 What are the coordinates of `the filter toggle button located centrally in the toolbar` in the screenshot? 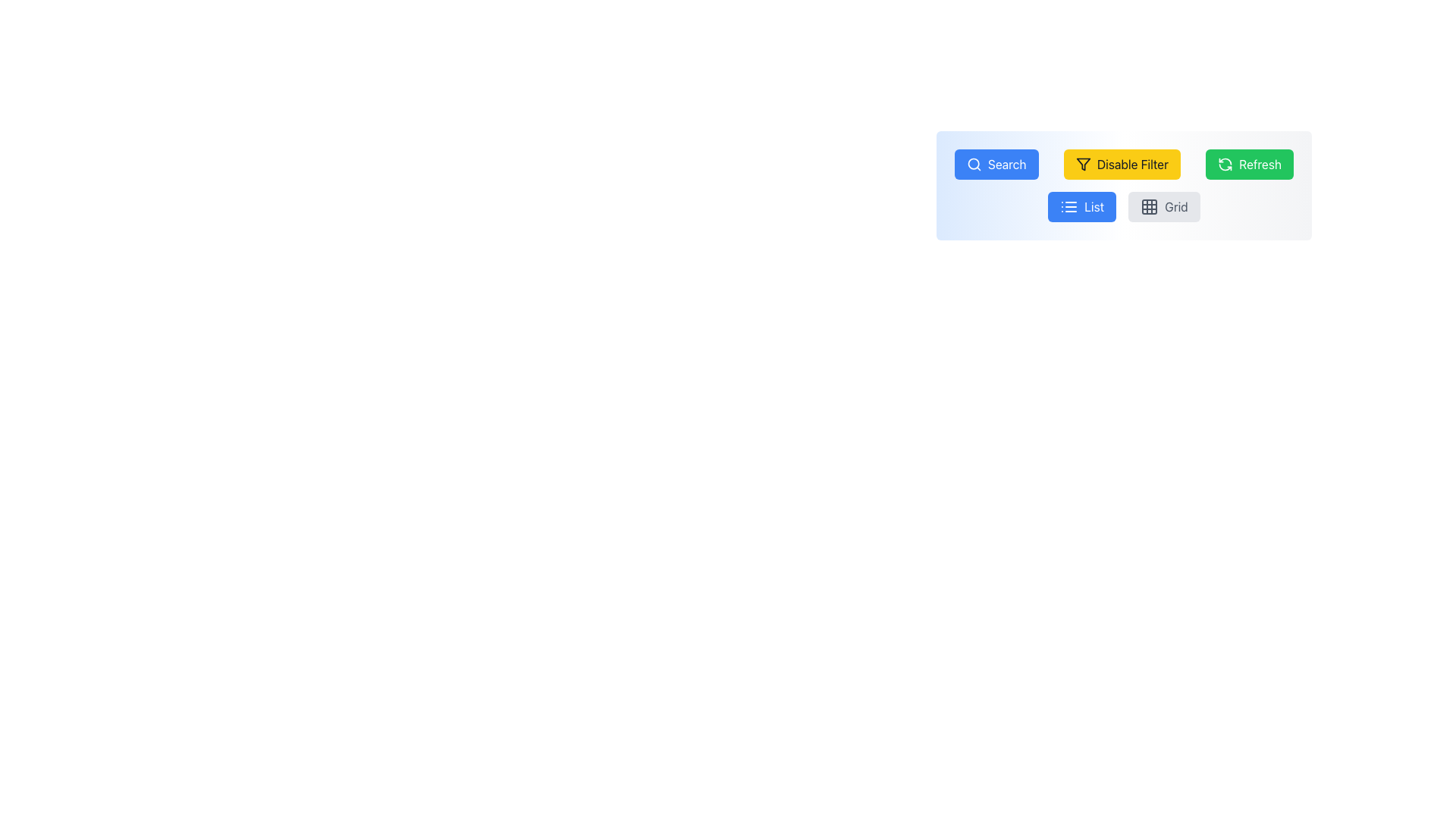 It's located at (1122, 164).